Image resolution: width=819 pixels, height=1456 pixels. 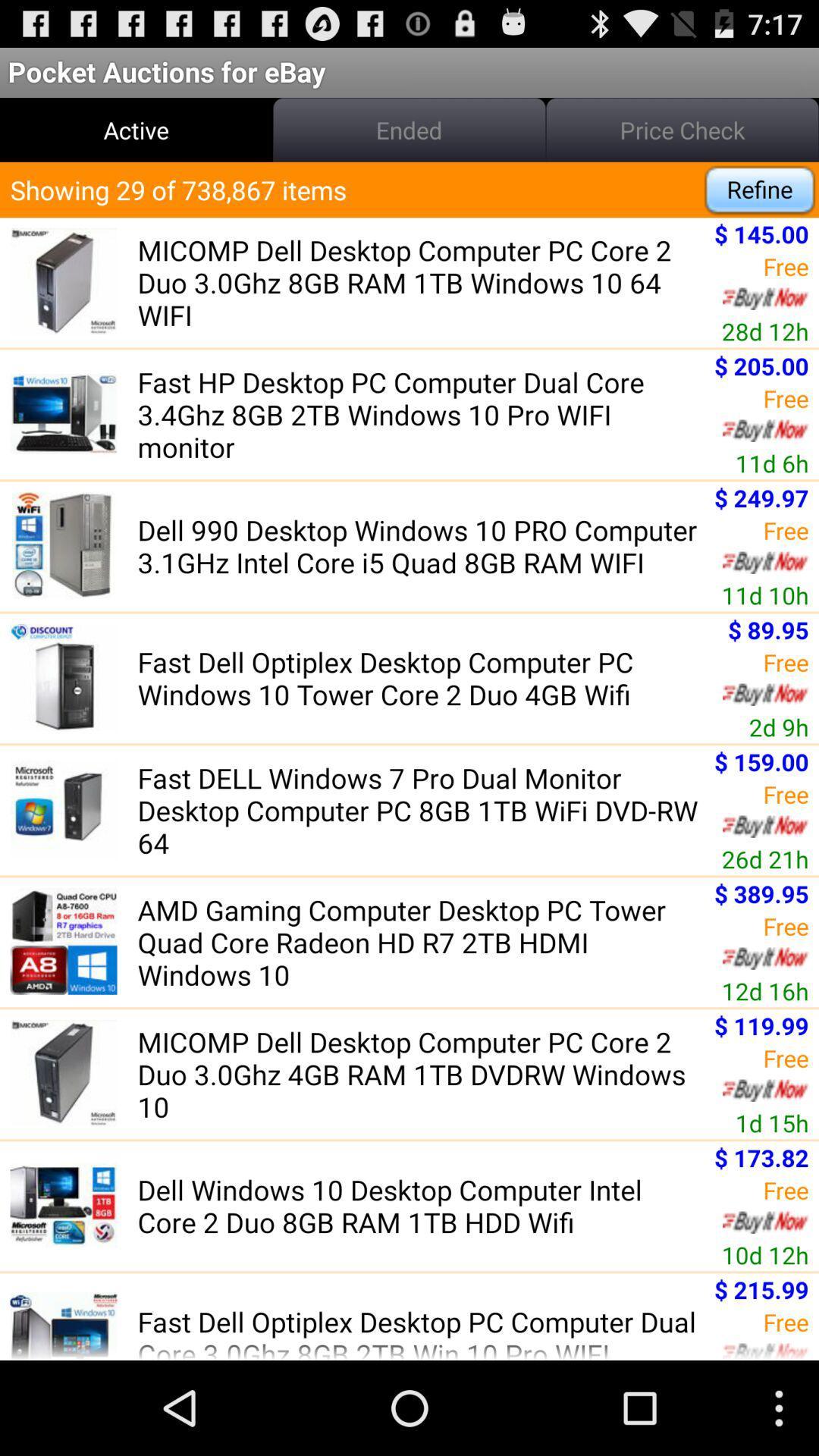 I want to click on icon to the right of the fast hp desktop app, so click(x=772, y=462).